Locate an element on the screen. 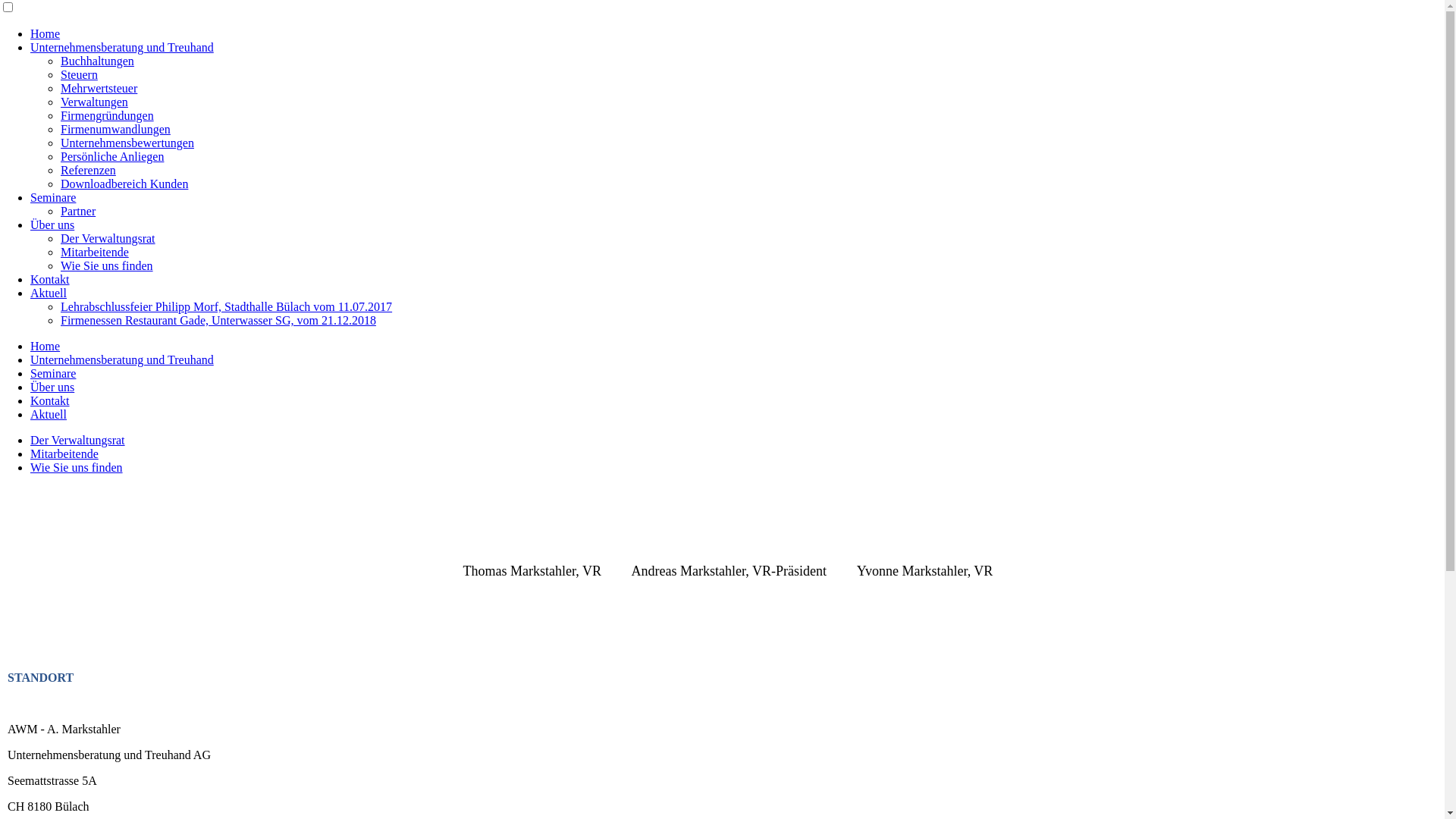  'Downloadbereich Kunden' is located at coordinates (124, 183).